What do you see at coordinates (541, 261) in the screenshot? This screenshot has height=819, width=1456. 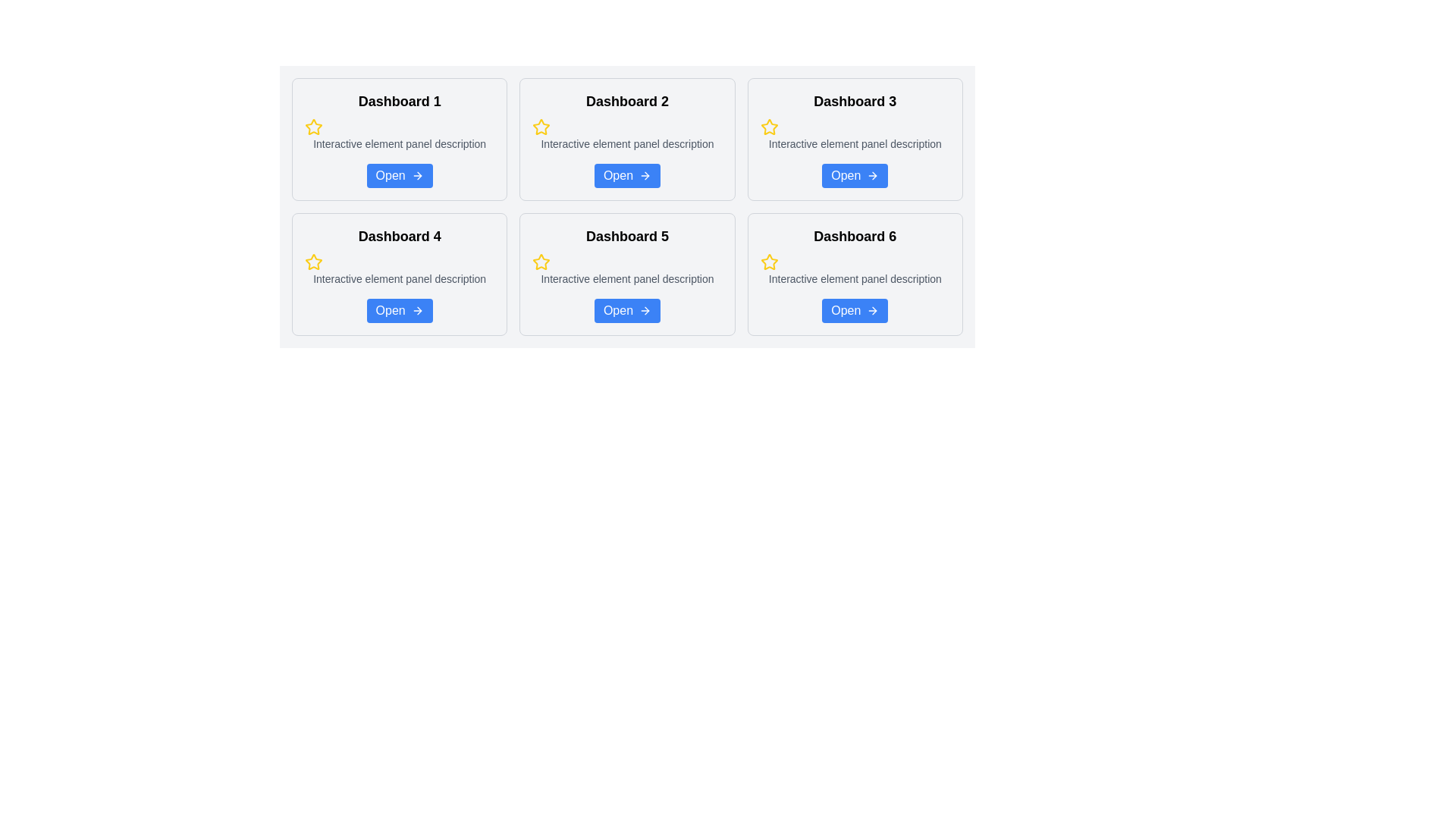 I see `the yellow outlined star icon located in the top-left corner of the 'Dashboard 5' panel` at bounding box center [541, 261].